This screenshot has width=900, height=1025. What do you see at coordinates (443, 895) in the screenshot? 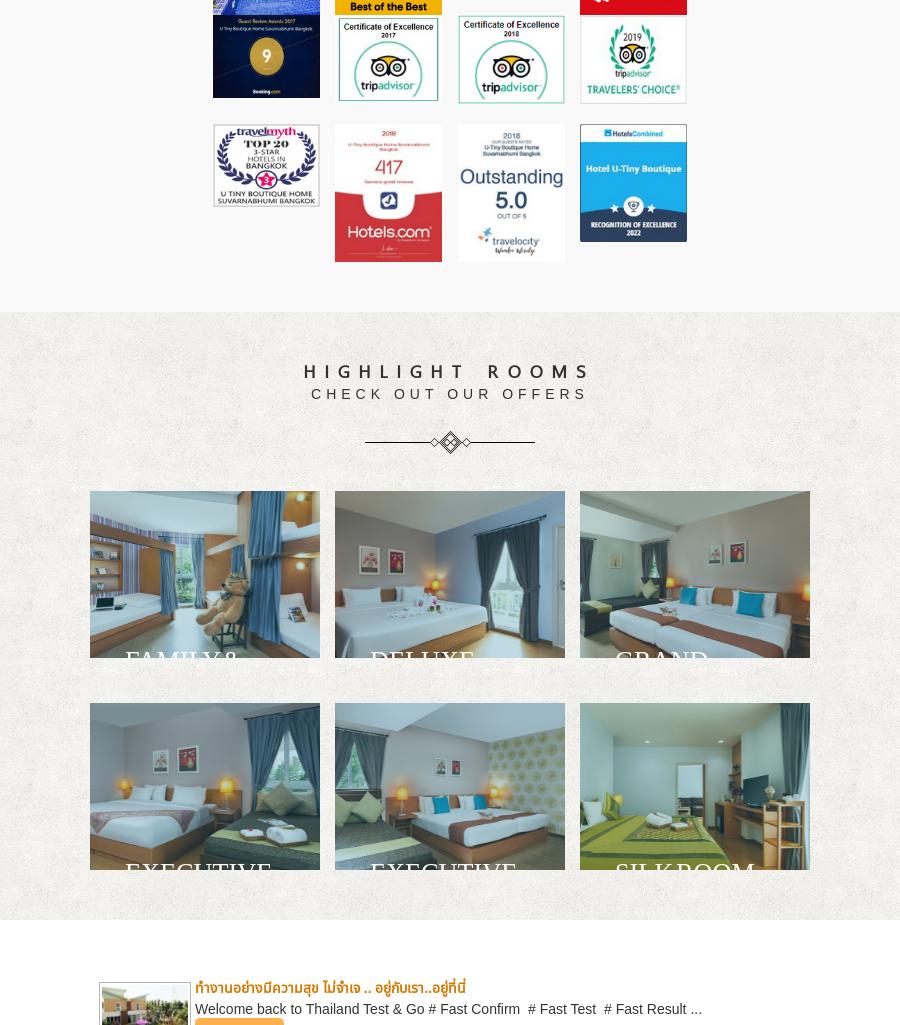
I see `'EXECUTIVE GARDEN ACCESS'` at bounding box center [443, 895].